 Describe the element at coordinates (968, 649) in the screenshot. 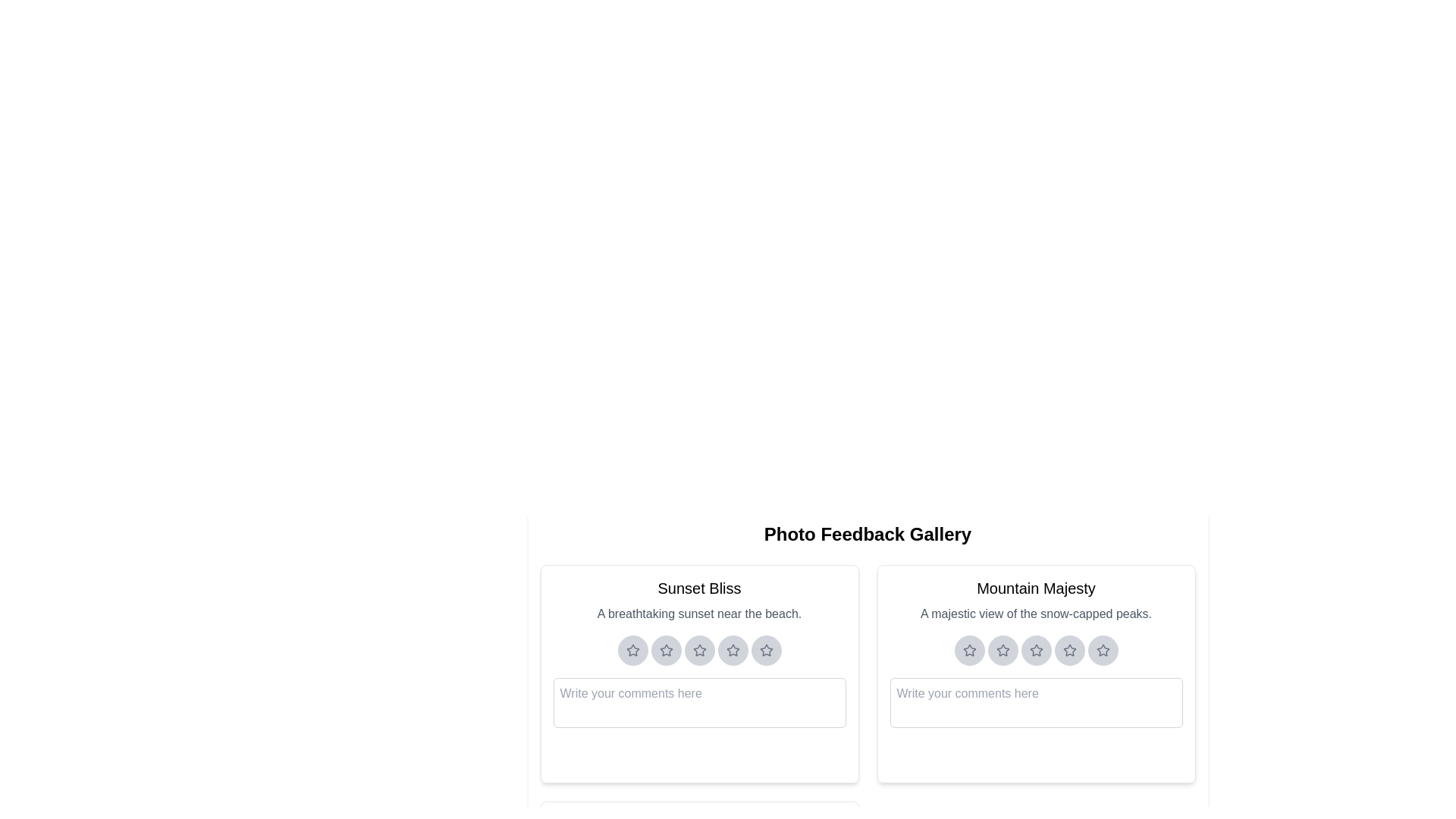

I see `the first star icon with a gray outline in the 'Mountain Majesty' card` at that location.